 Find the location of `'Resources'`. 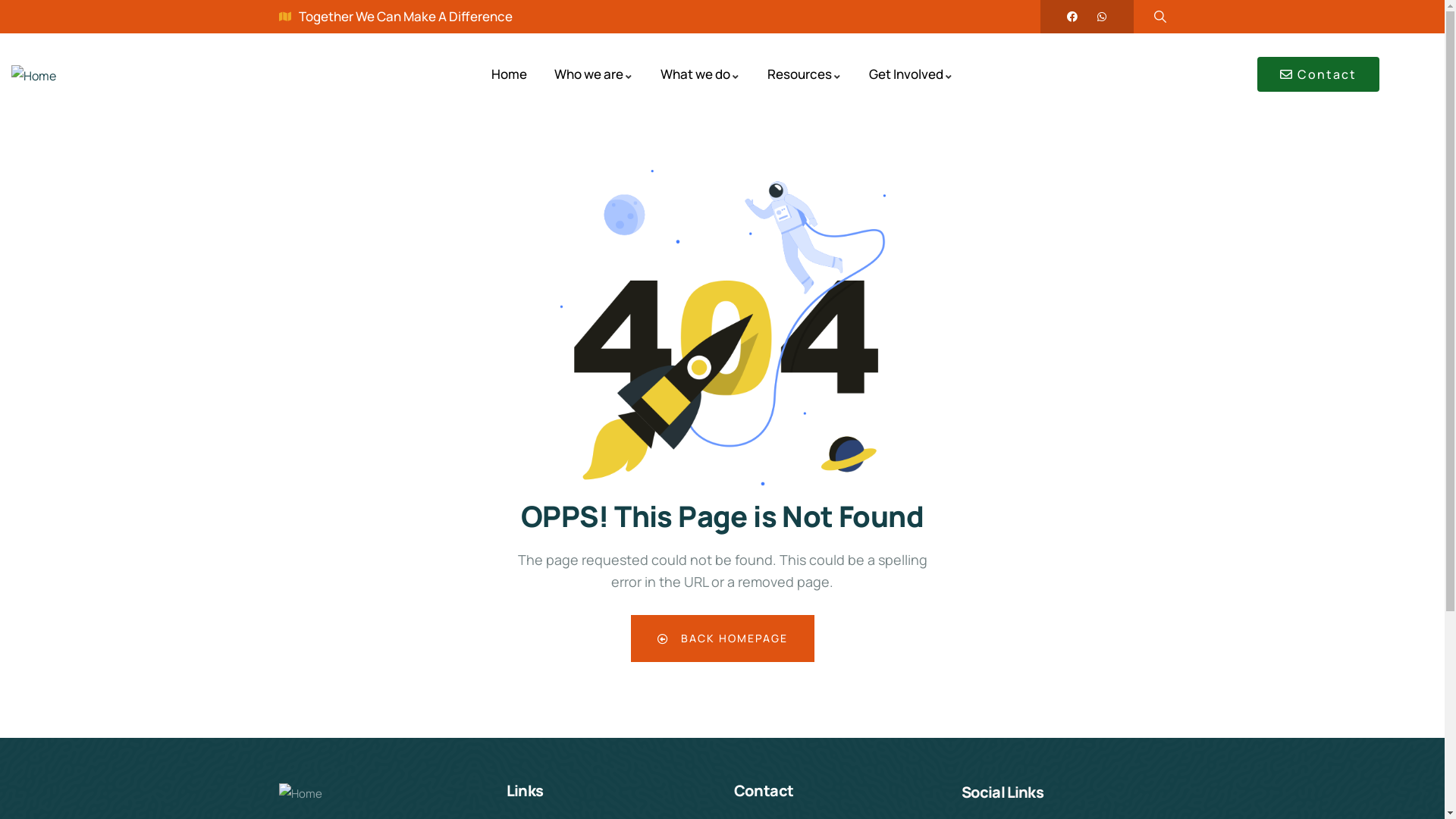

'Resources' is located at coordinates (767, 74).